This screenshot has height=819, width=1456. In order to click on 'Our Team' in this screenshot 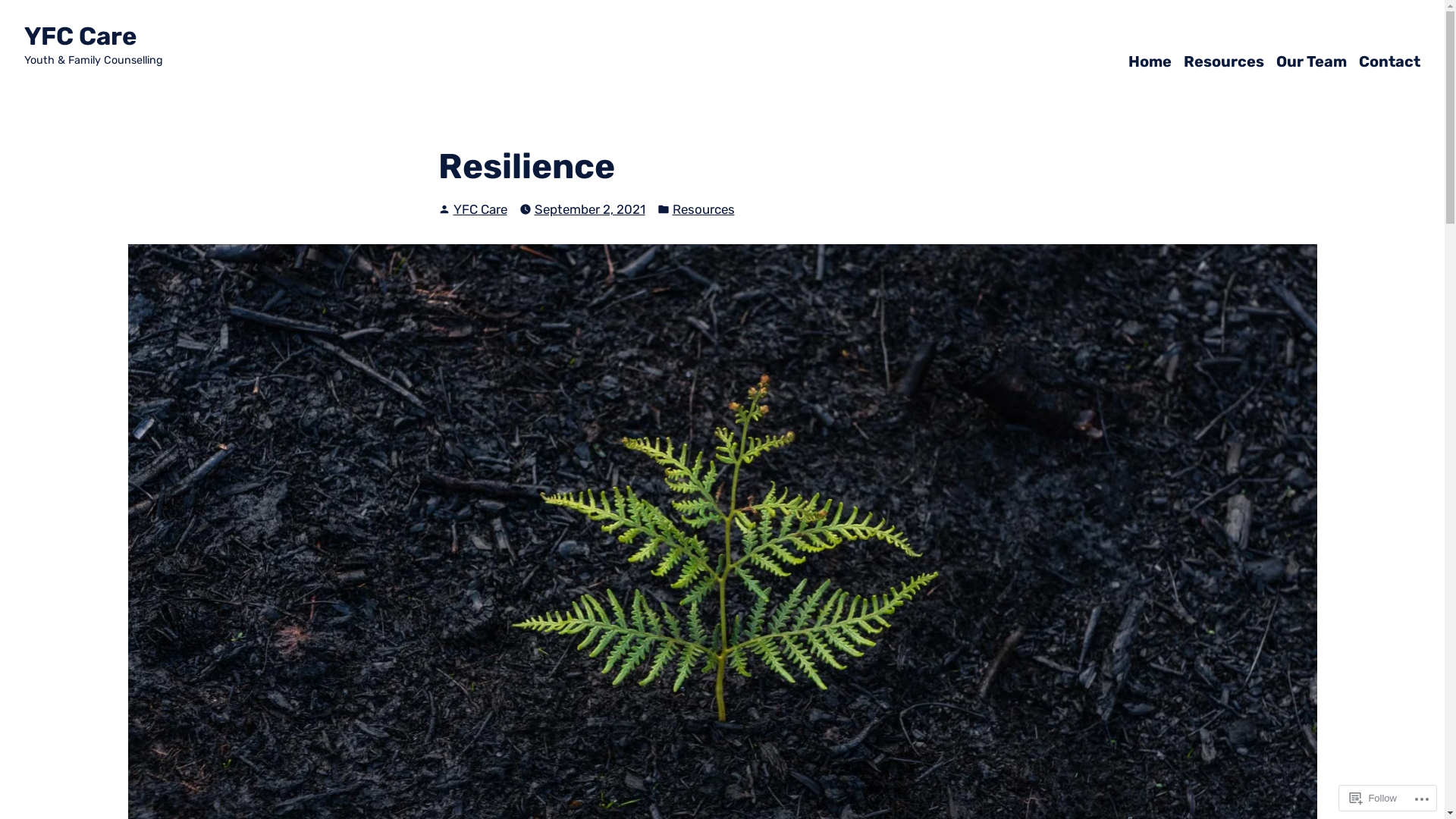, I will do `click(1310, 60)`.